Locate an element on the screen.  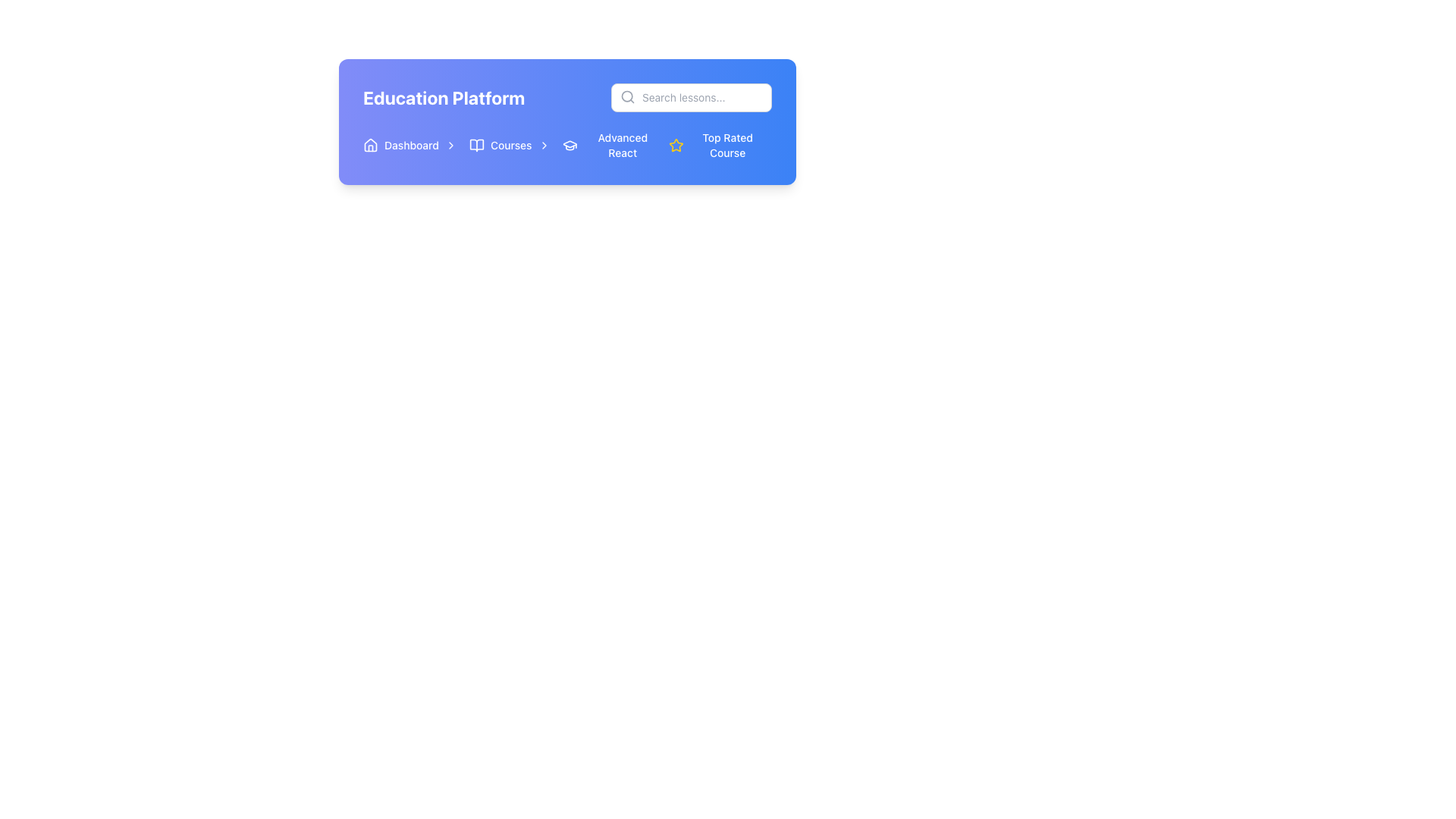
the 'Top Rated Course' icon located in the navigation bar, which serves as a visual indicator of the feature is located at coordinates (675, 146).